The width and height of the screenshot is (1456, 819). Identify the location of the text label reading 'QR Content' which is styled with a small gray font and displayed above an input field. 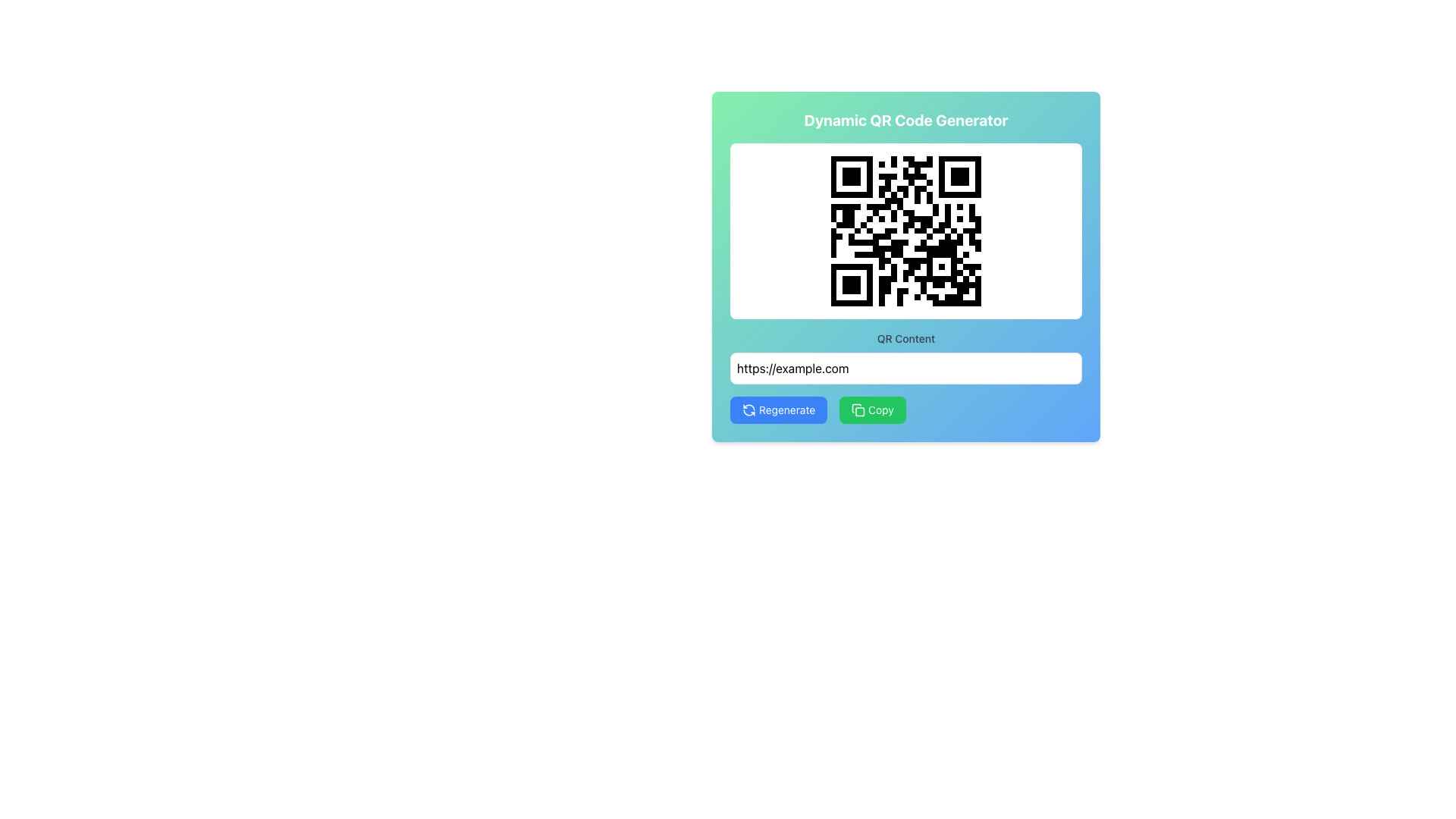
(906, 338).